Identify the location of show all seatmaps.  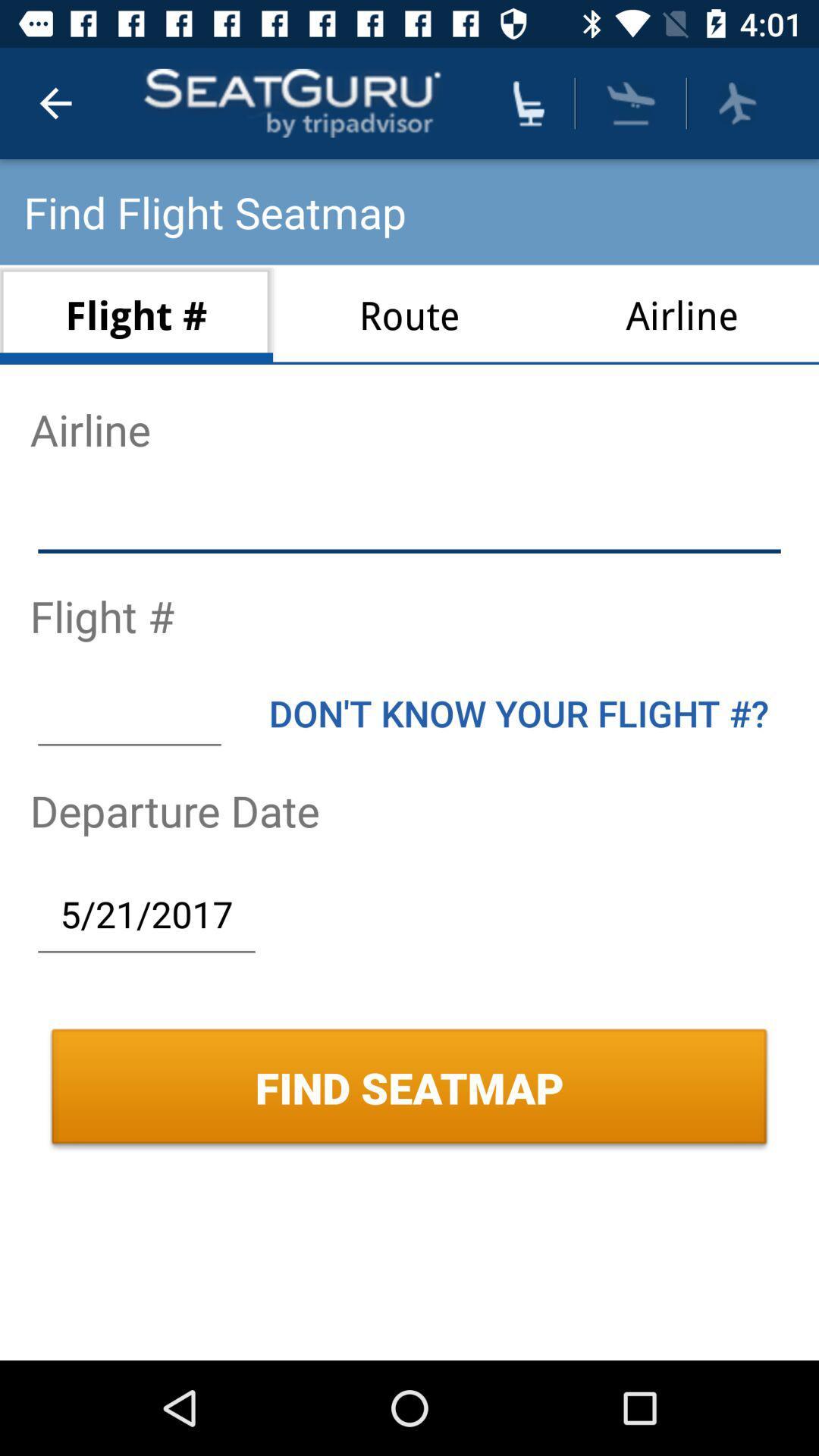
(528, 102).